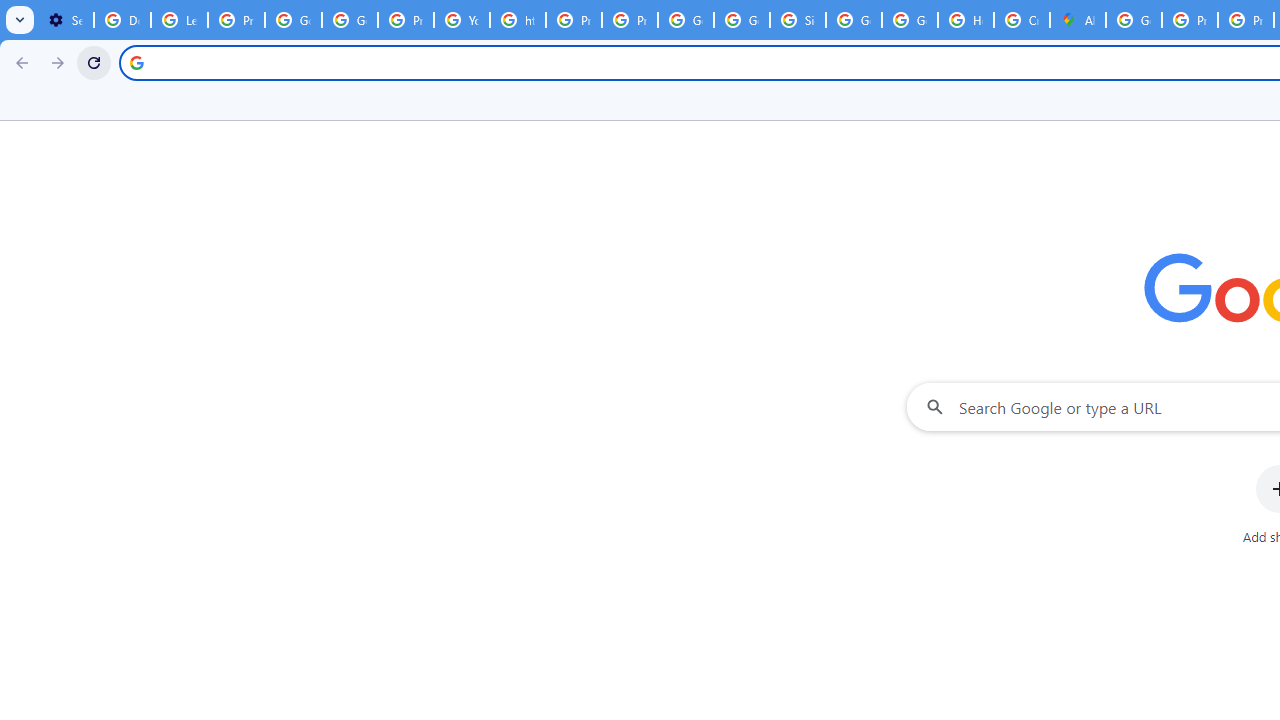 The height and width of the screenshot is (720, 1280). I want to click on 'Create your Google Account', so click(1022, 20).